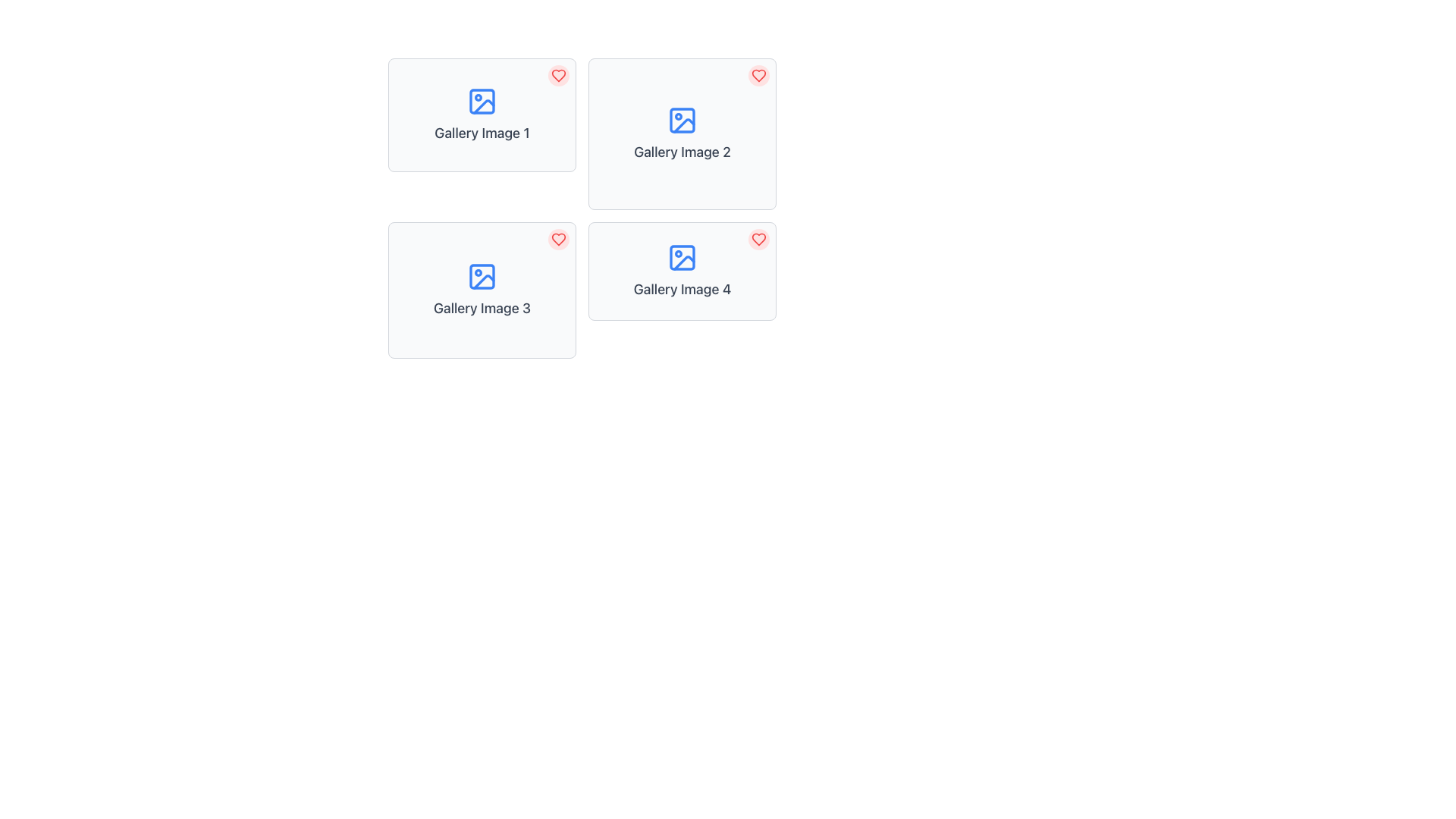 This screenshot has width=1456, height=819. Describe the element at coordinates (682, 119) in the screenshot. I see `the icon with a blue hue that has a rectangular outline and a circular marking inside, located centrally within the grid card titled 'Gallery Image 2'` at that location.